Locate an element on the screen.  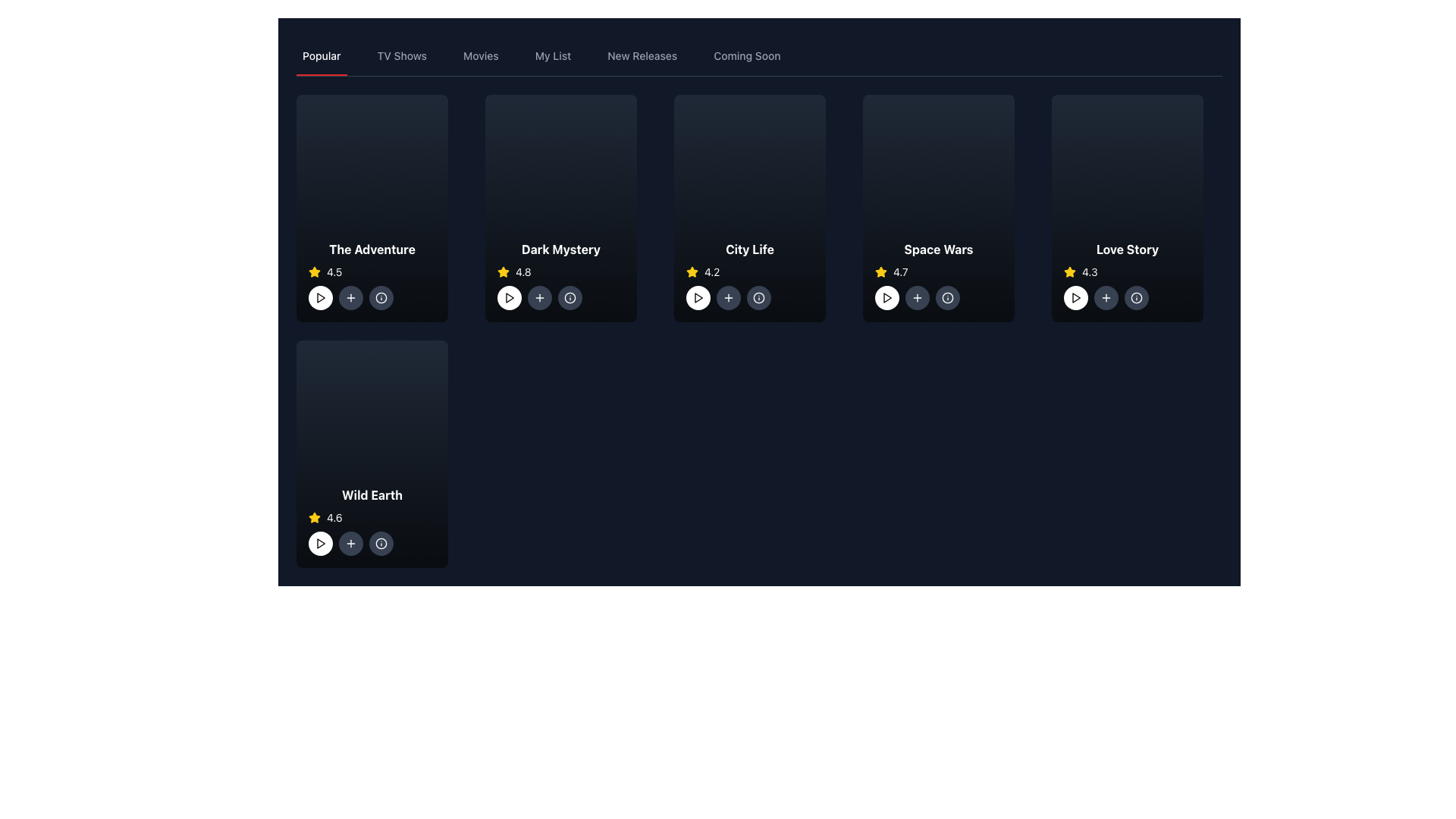
the rounded button with a dark gray background and a white plus icon, located between the play button and the info button in the lower section of the card for the movie 'The Adventure.' is located at coordinates (350, 298).